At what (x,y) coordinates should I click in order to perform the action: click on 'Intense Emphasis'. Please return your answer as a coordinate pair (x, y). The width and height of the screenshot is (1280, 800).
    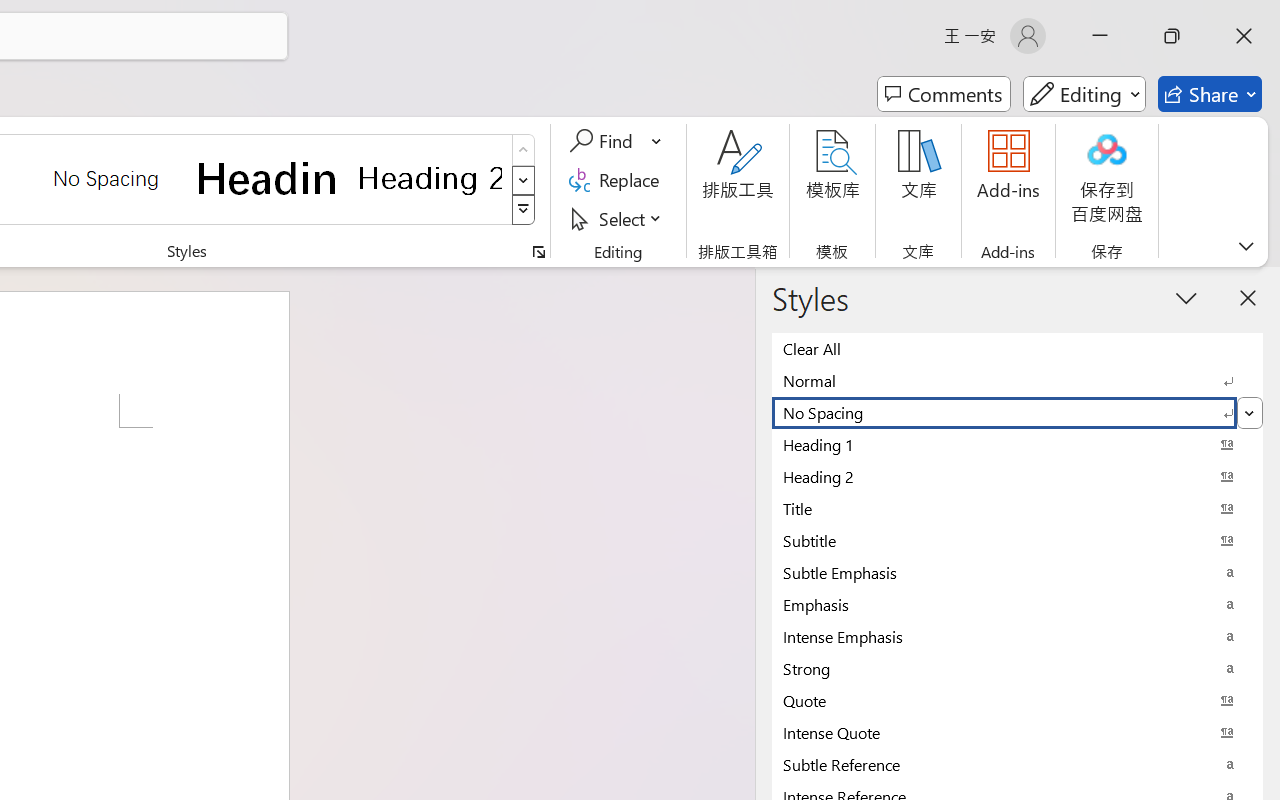
    Looking at the image, I should click on (1017, 635).